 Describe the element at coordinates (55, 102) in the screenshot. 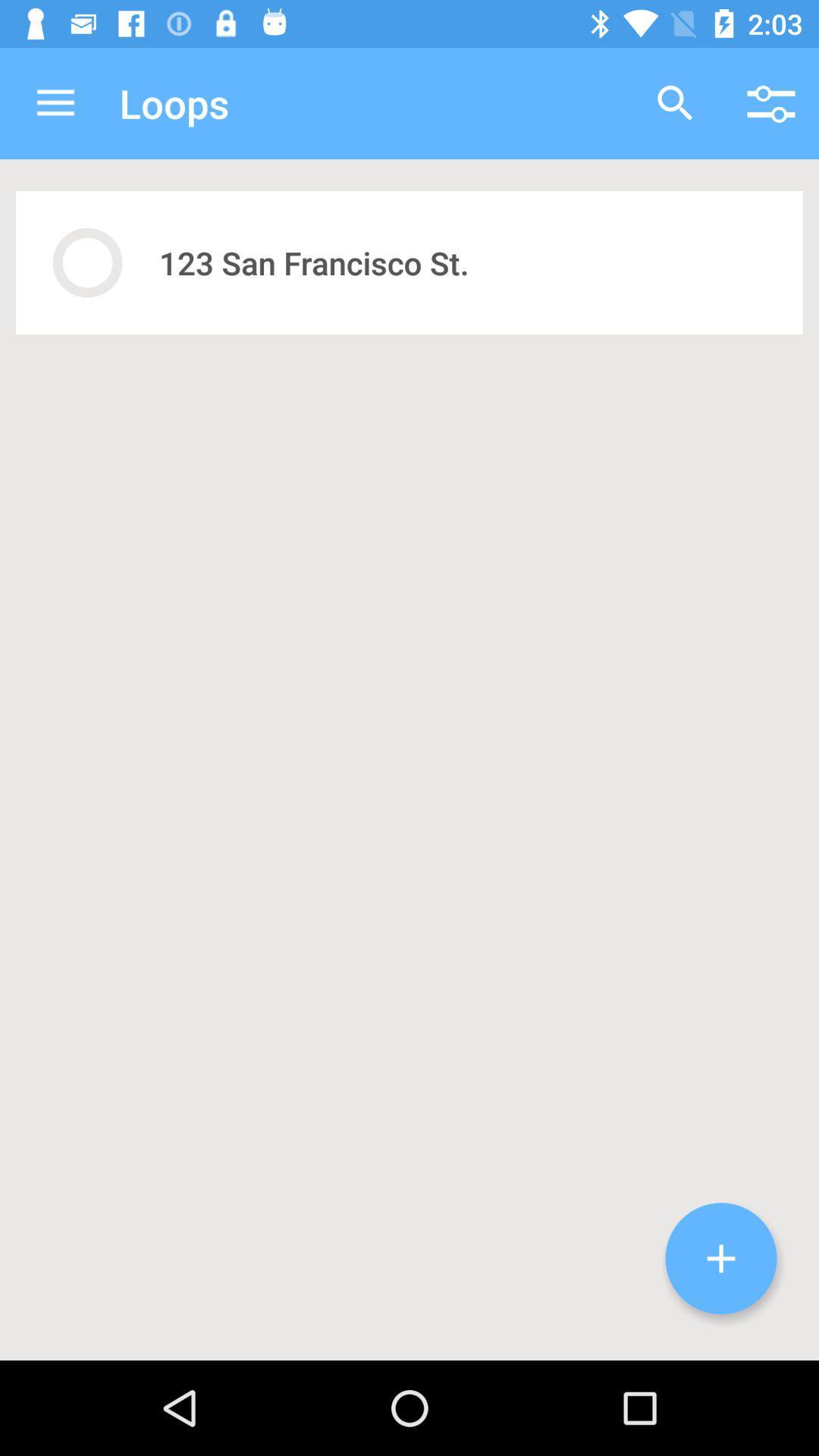

I see `the icon to the left of loops item` at that location.